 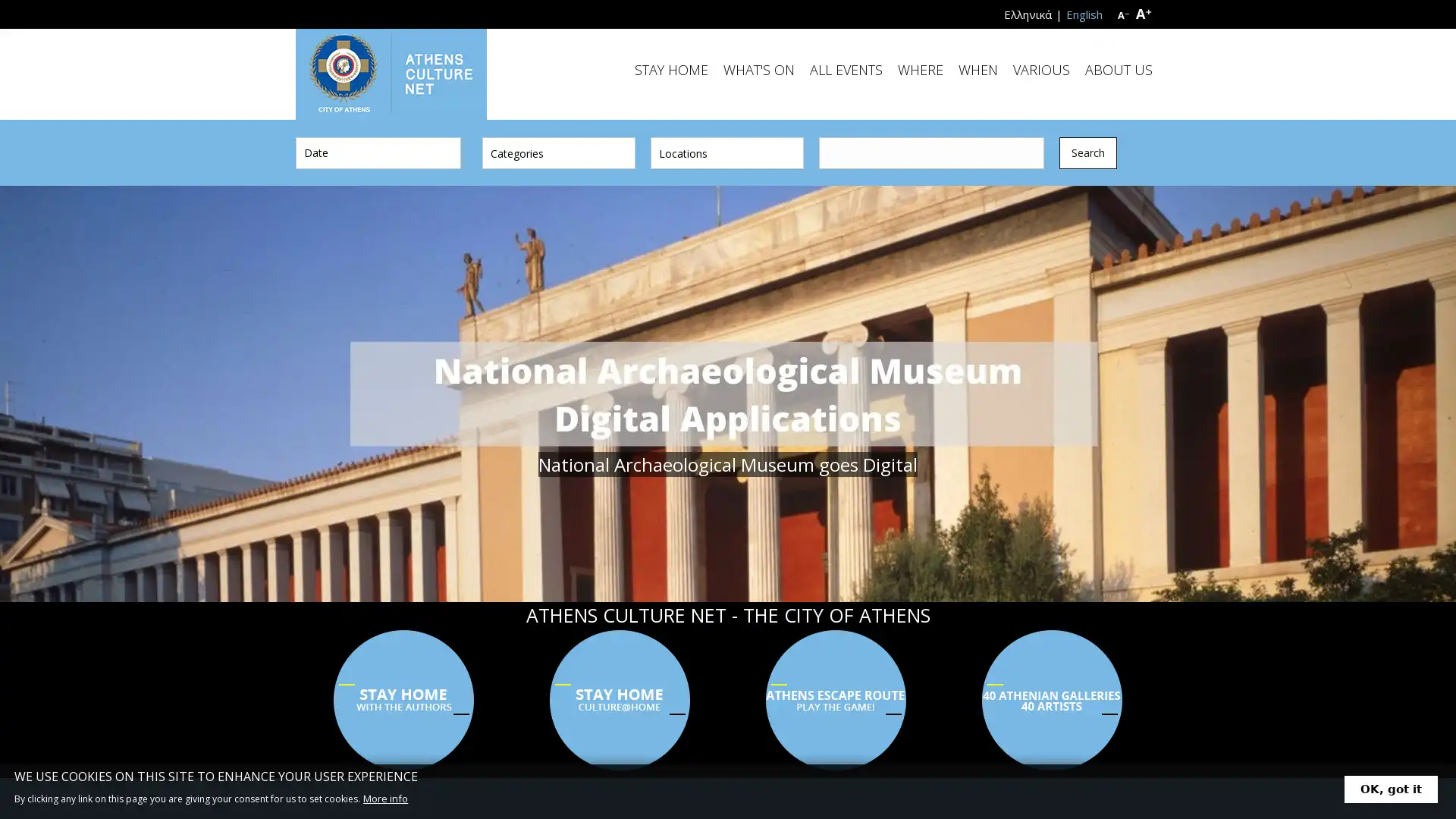 I want to click on Search, so click(x=1087, y=152).